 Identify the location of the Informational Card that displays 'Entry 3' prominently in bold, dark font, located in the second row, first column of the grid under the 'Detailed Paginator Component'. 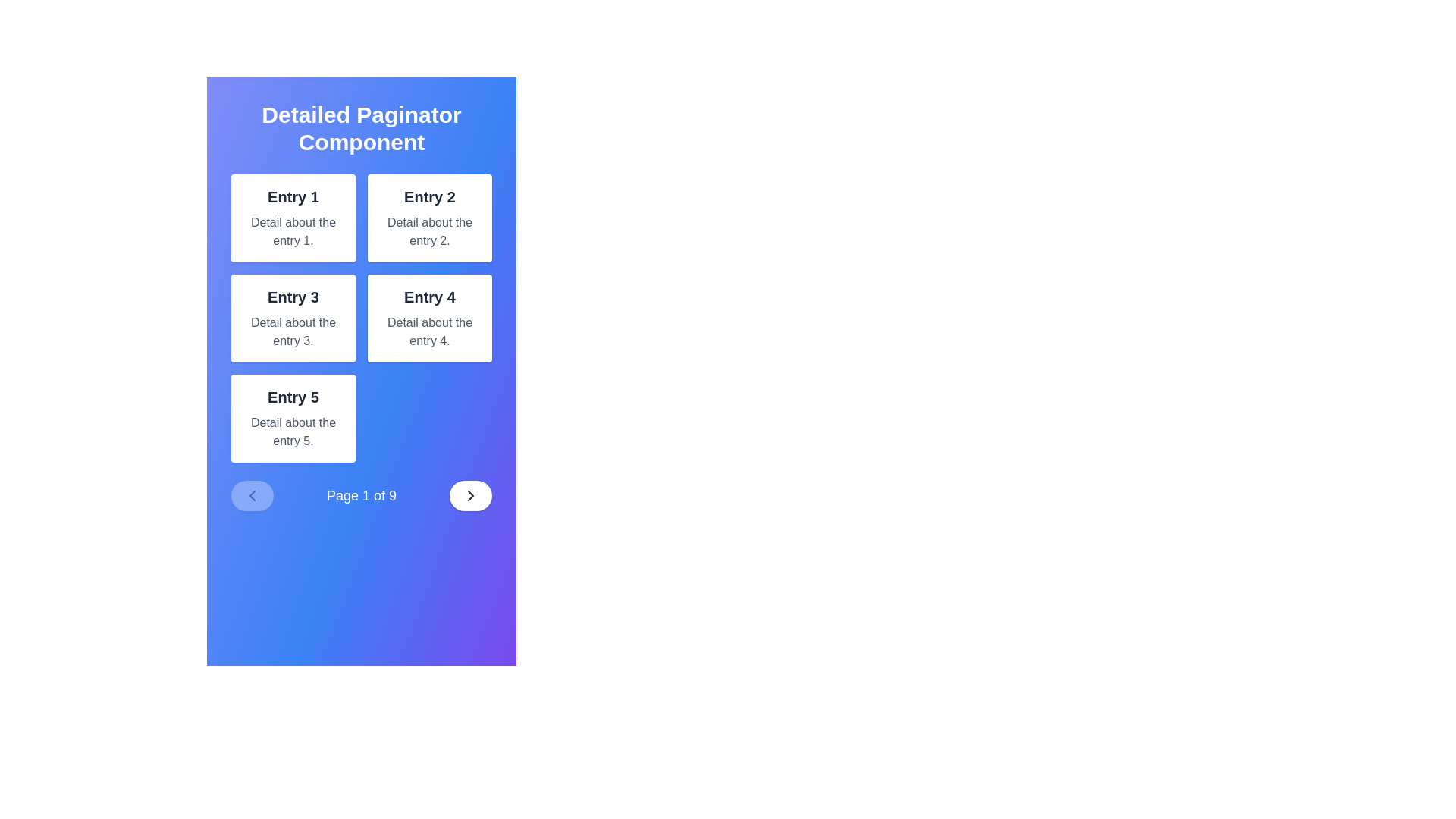
(293, 318).